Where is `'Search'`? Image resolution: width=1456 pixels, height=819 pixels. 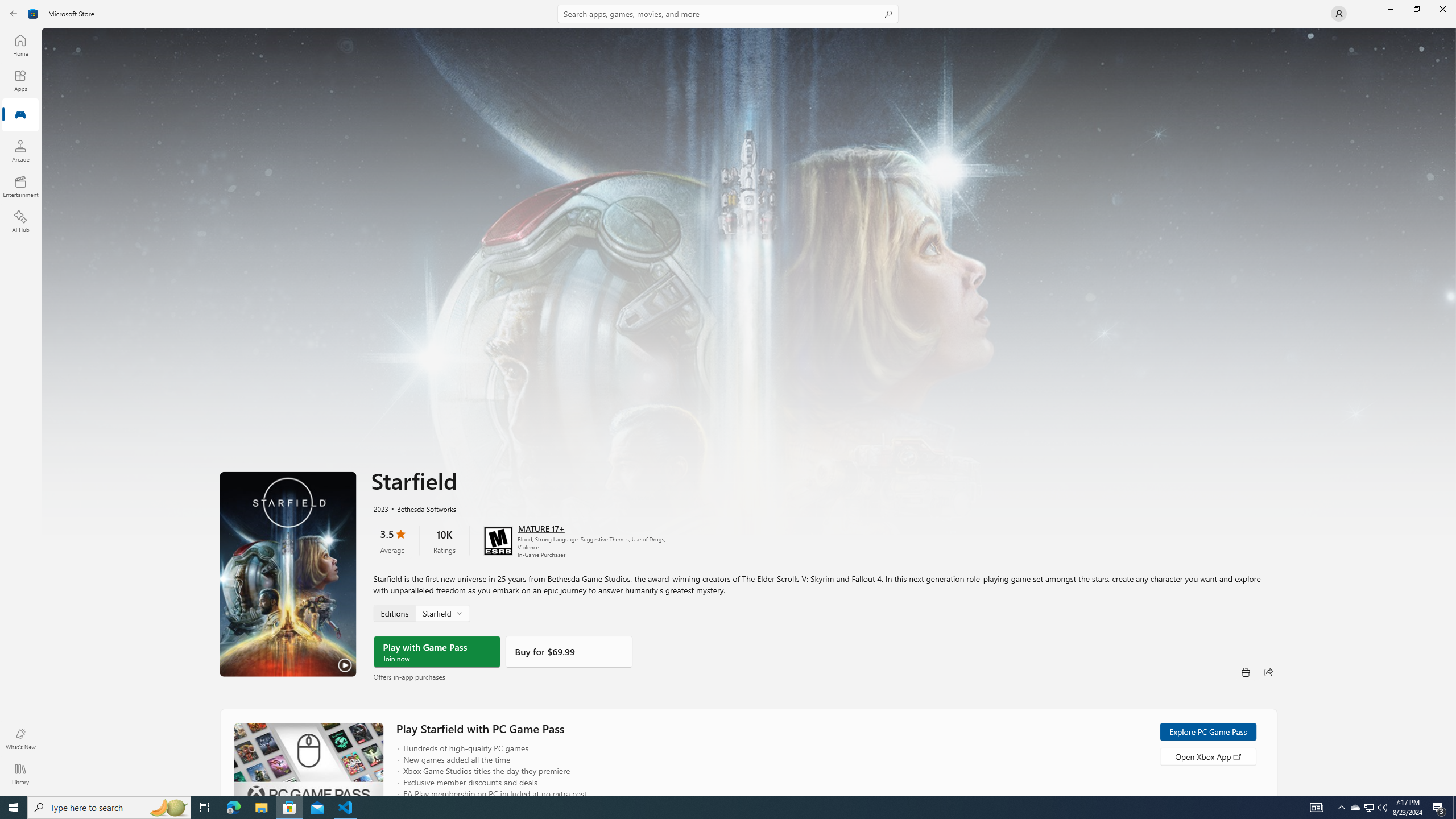 'Search' is located at coordinates (728, 13).